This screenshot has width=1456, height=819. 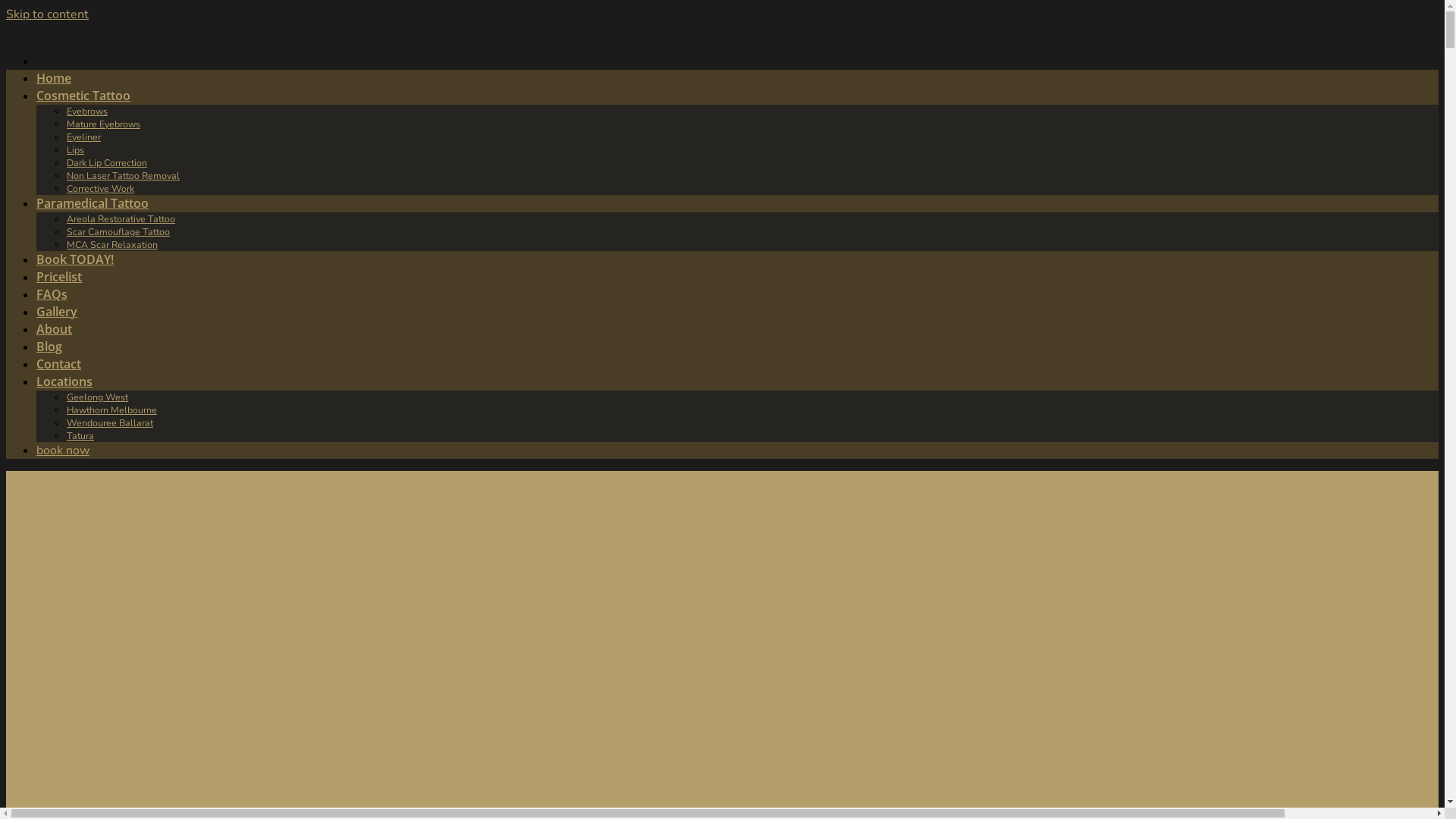 What do you see at coordinates (96, 396) in the screenshot?
I see `'Geelong West'` at bounding box center [96, 396].